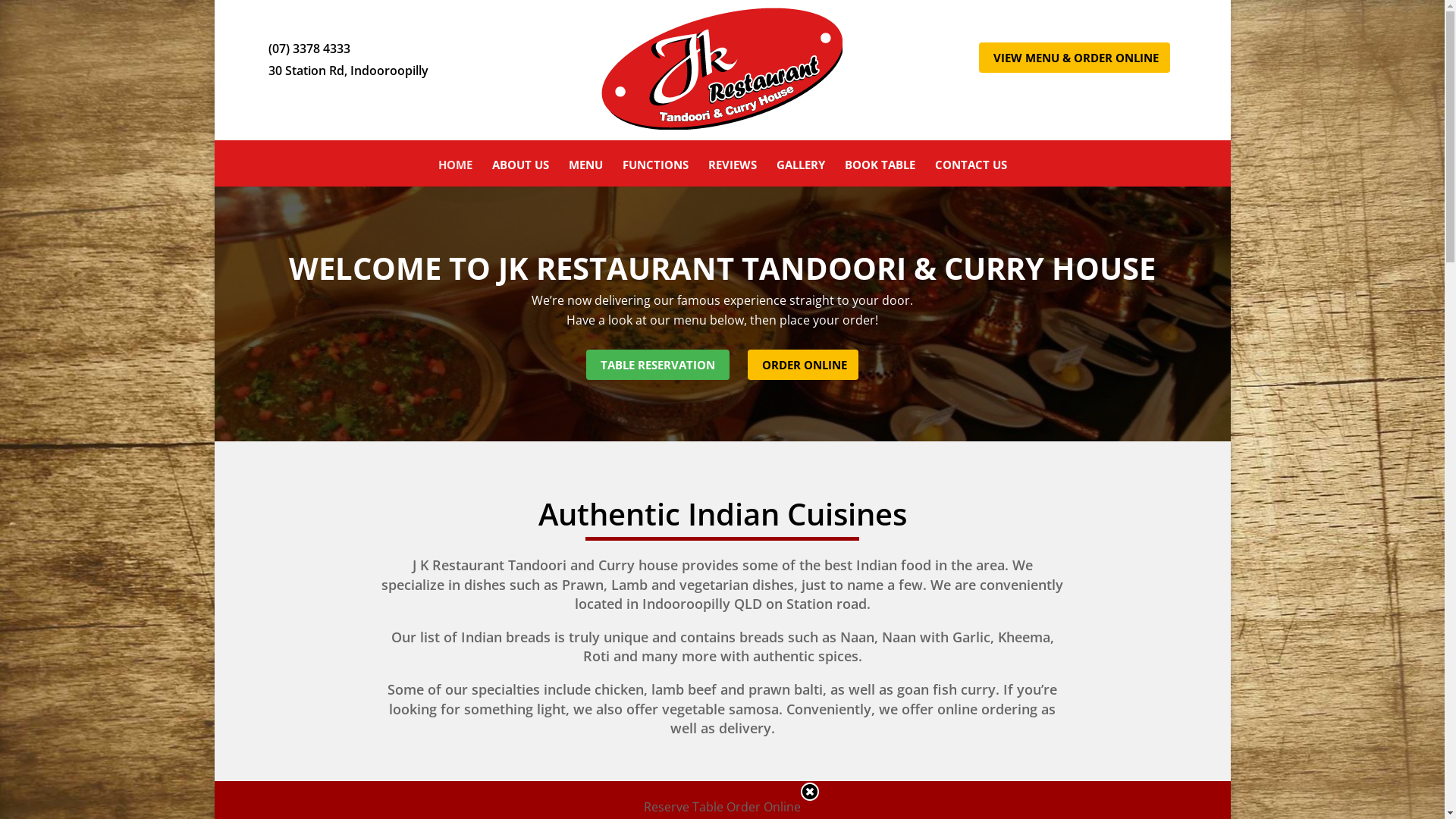 The width and height of the screenshot is (1456, 819). Describe the element at coordinates (654, 171) in the screenshot. I see `'FUNCTIONS'` at that location.